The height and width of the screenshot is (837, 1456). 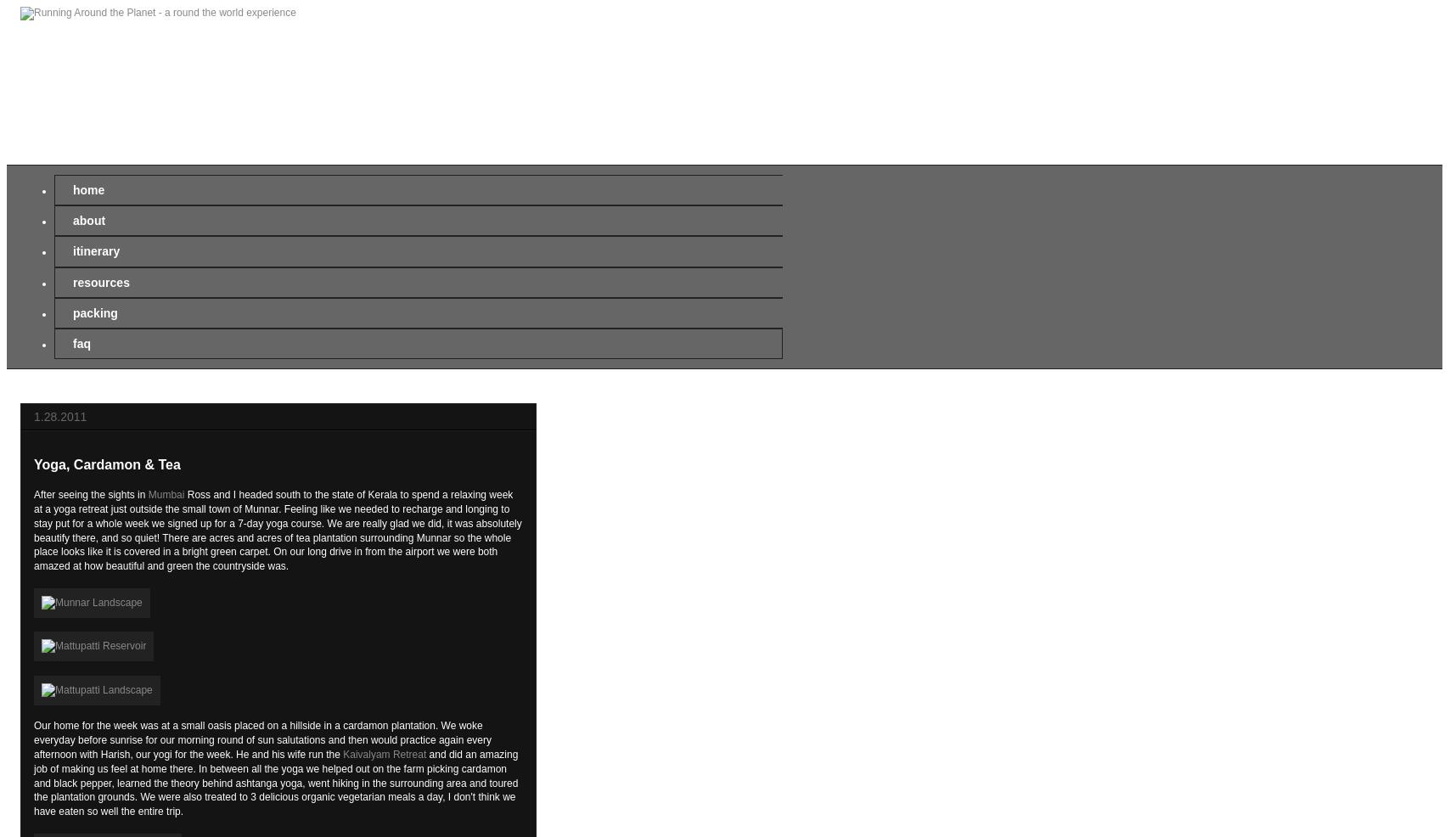 What do you see at coordinates (87, 189) in the screenshot?
I see `'home'` at bounding box center [87, 189].